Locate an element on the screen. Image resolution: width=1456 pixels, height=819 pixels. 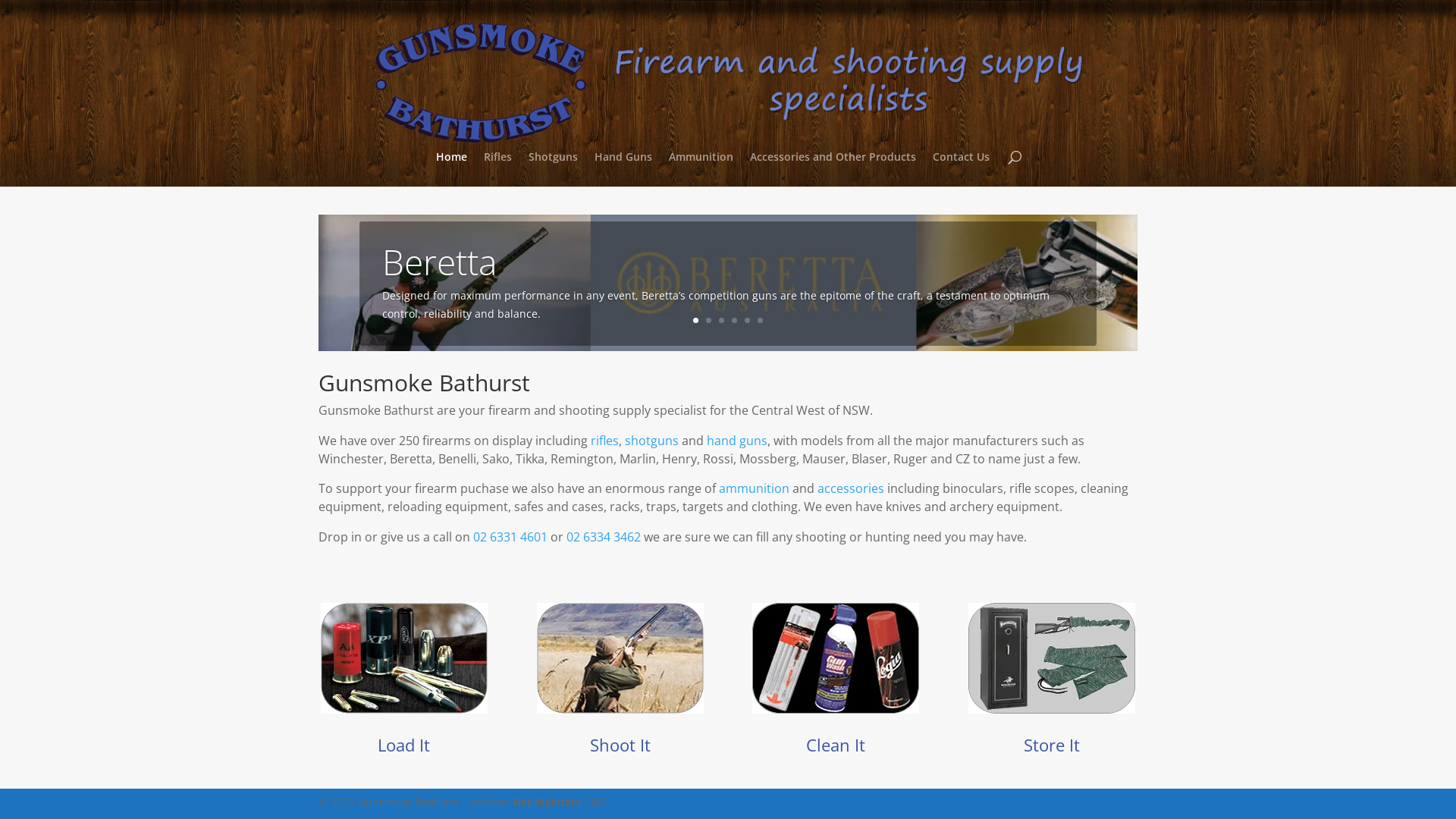
'3' is located at coordinates (720, 319).